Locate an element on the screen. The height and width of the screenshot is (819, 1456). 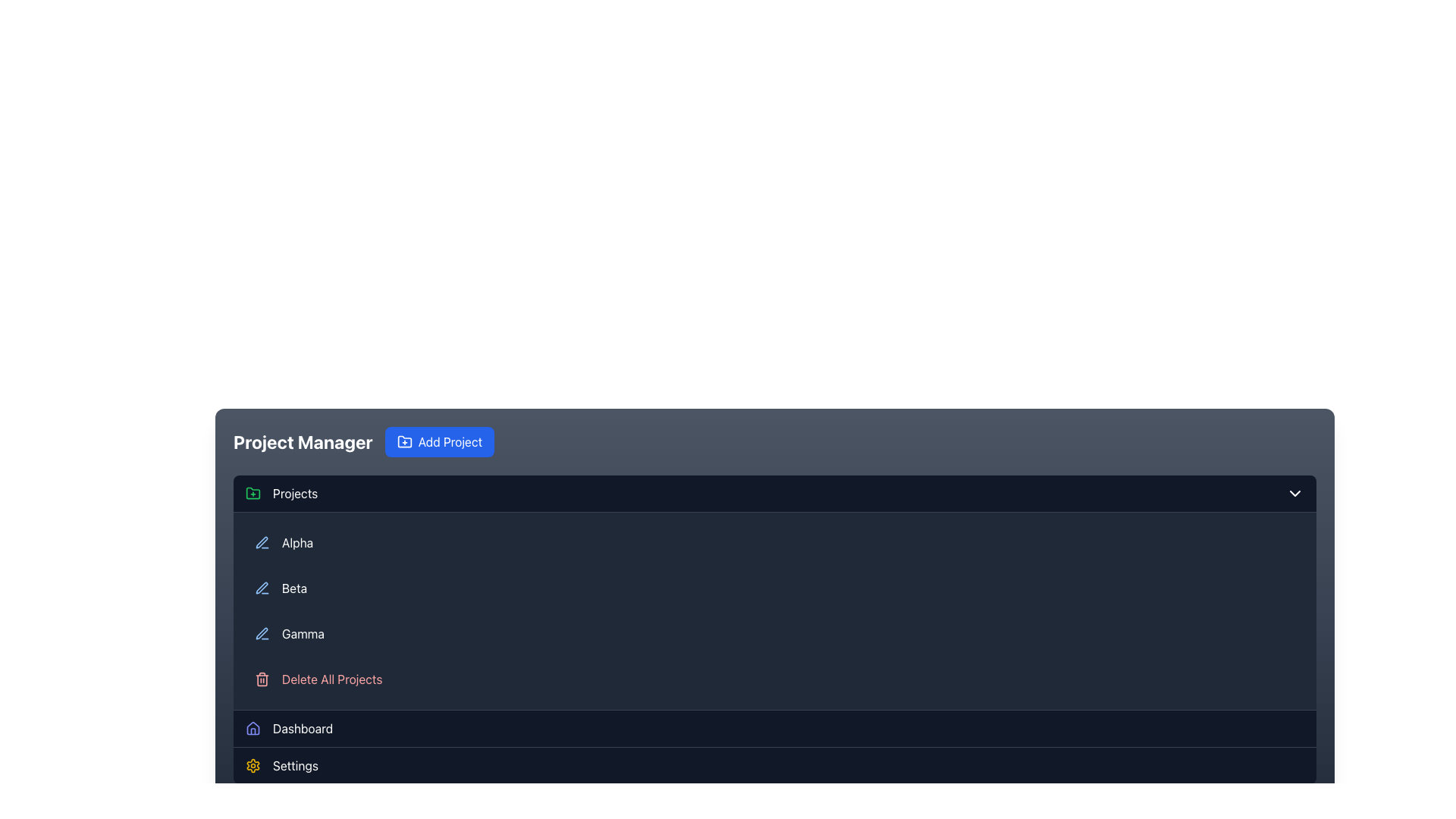
the pen icon in the Projects list of the Project Manager interface is located at coordinates (262, 633).